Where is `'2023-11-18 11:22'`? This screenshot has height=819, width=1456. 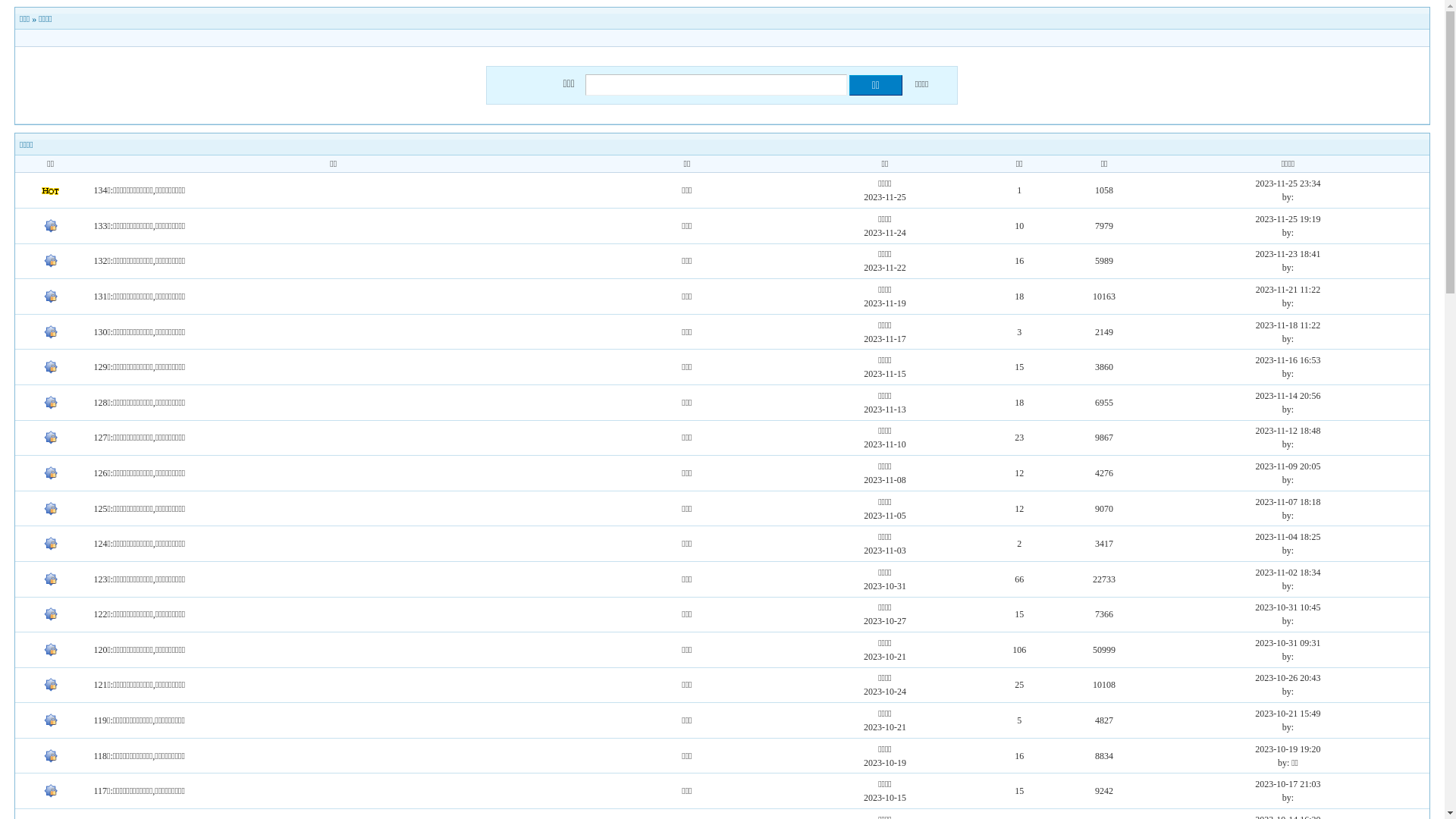 '2023-11-18 11:22' is located at coordinates (1287, 324).